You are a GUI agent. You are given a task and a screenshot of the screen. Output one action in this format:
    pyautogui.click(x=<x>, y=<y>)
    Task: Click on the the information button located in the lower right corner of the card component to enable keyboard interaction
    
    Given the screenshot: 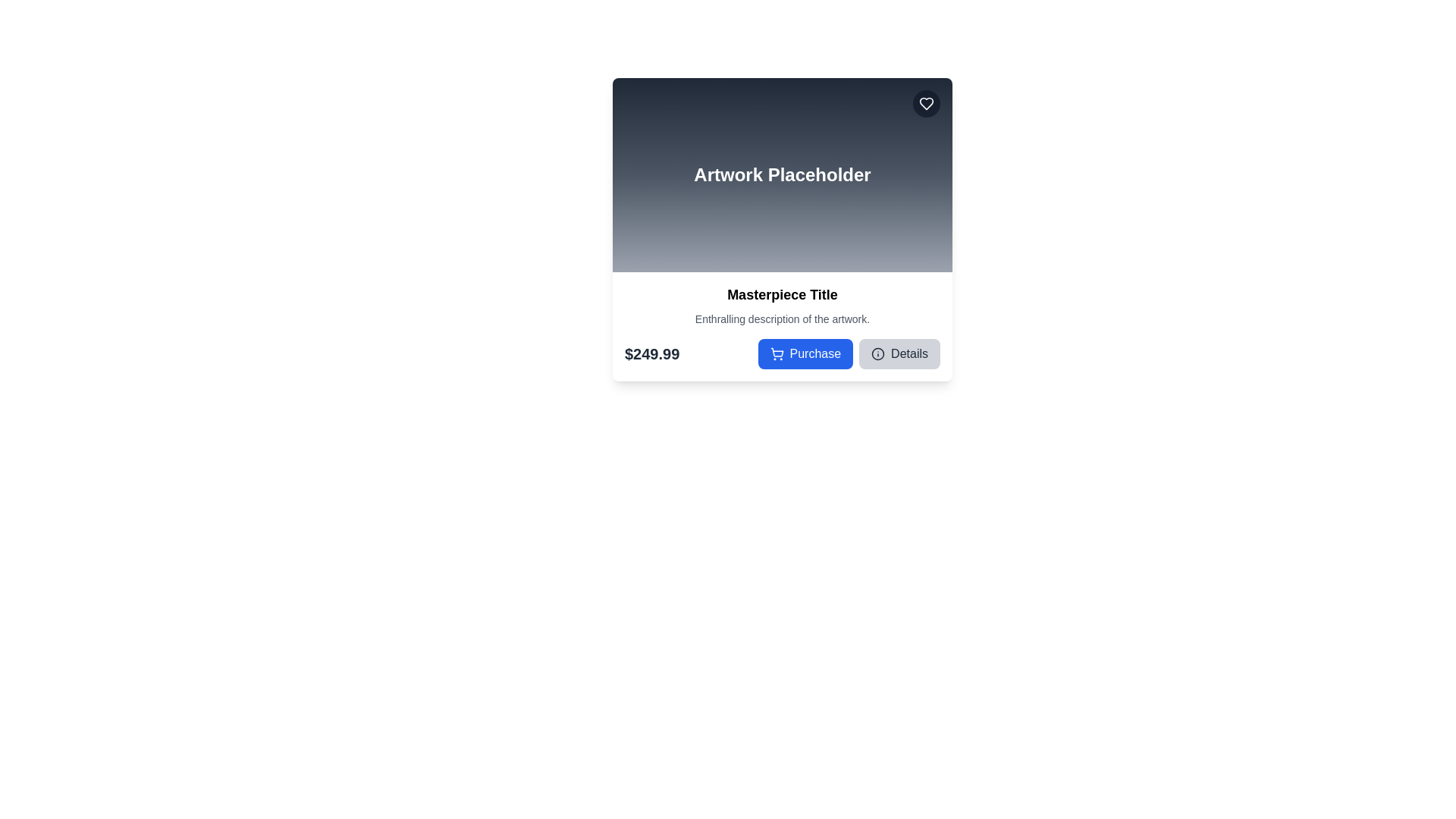 What is the action you would take?
    pyautogui.click(x=899, y=353)
    